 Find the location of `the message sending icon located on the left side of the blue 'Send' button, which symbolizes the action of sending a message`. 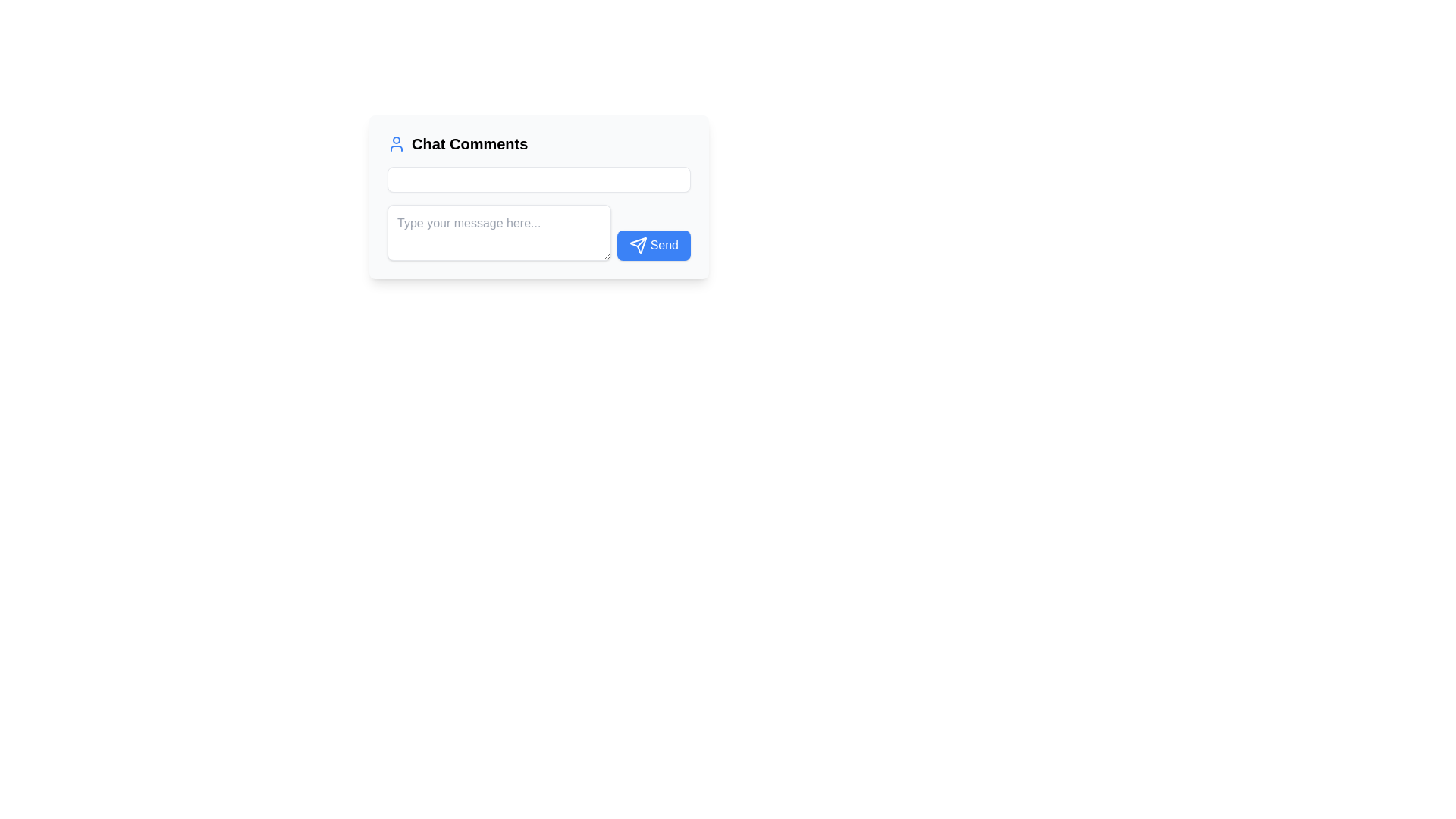

the message sending icon located on the left side of the blue 'Send' button, which symbolizes the action of sending a message is located at coordinates (638, 245).